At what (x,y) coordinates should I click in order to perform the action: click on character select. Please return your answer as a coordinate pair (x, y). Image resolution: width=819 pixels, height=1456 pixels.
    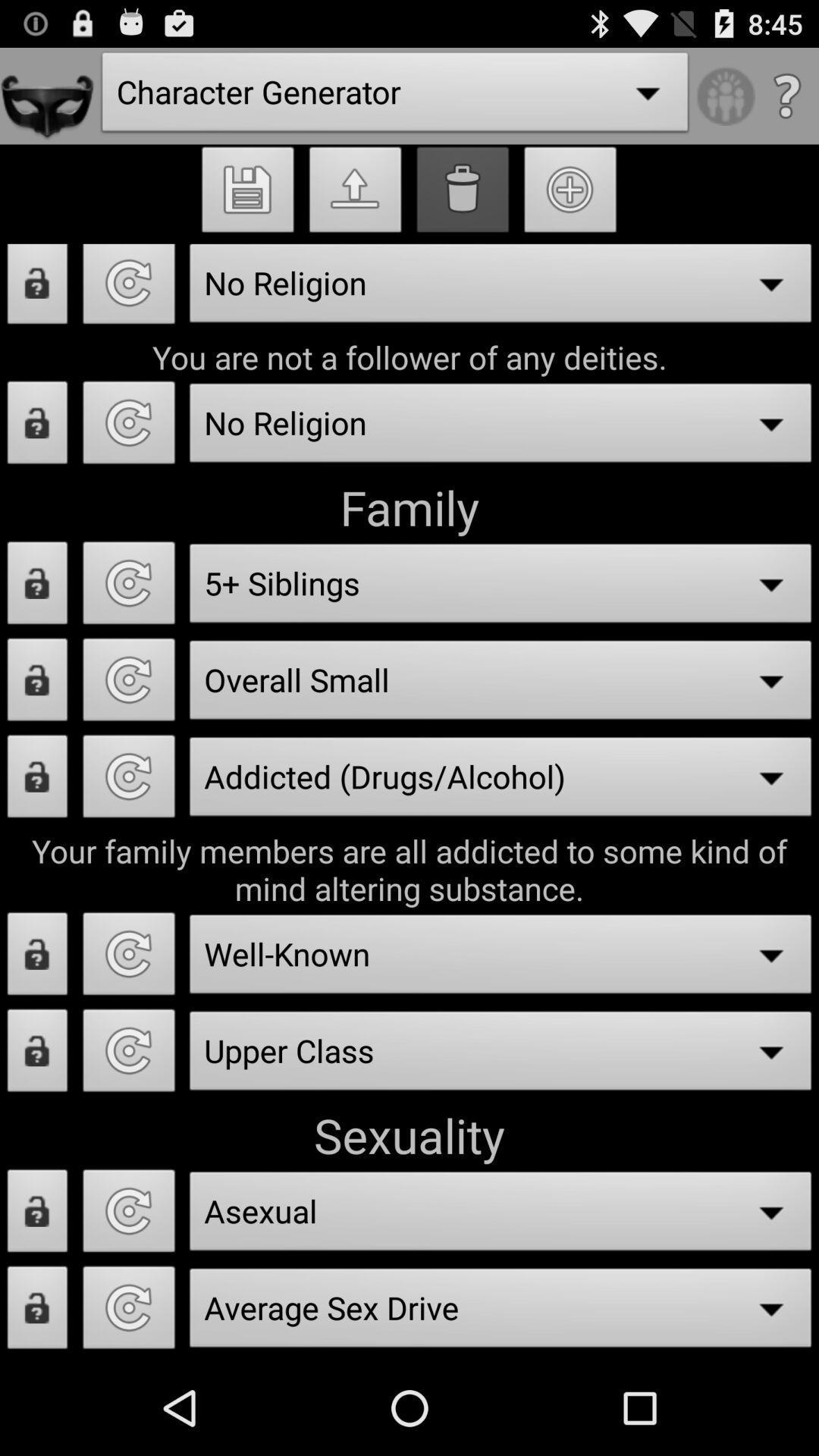
    Looking at the image, I should click on (128, 1311).